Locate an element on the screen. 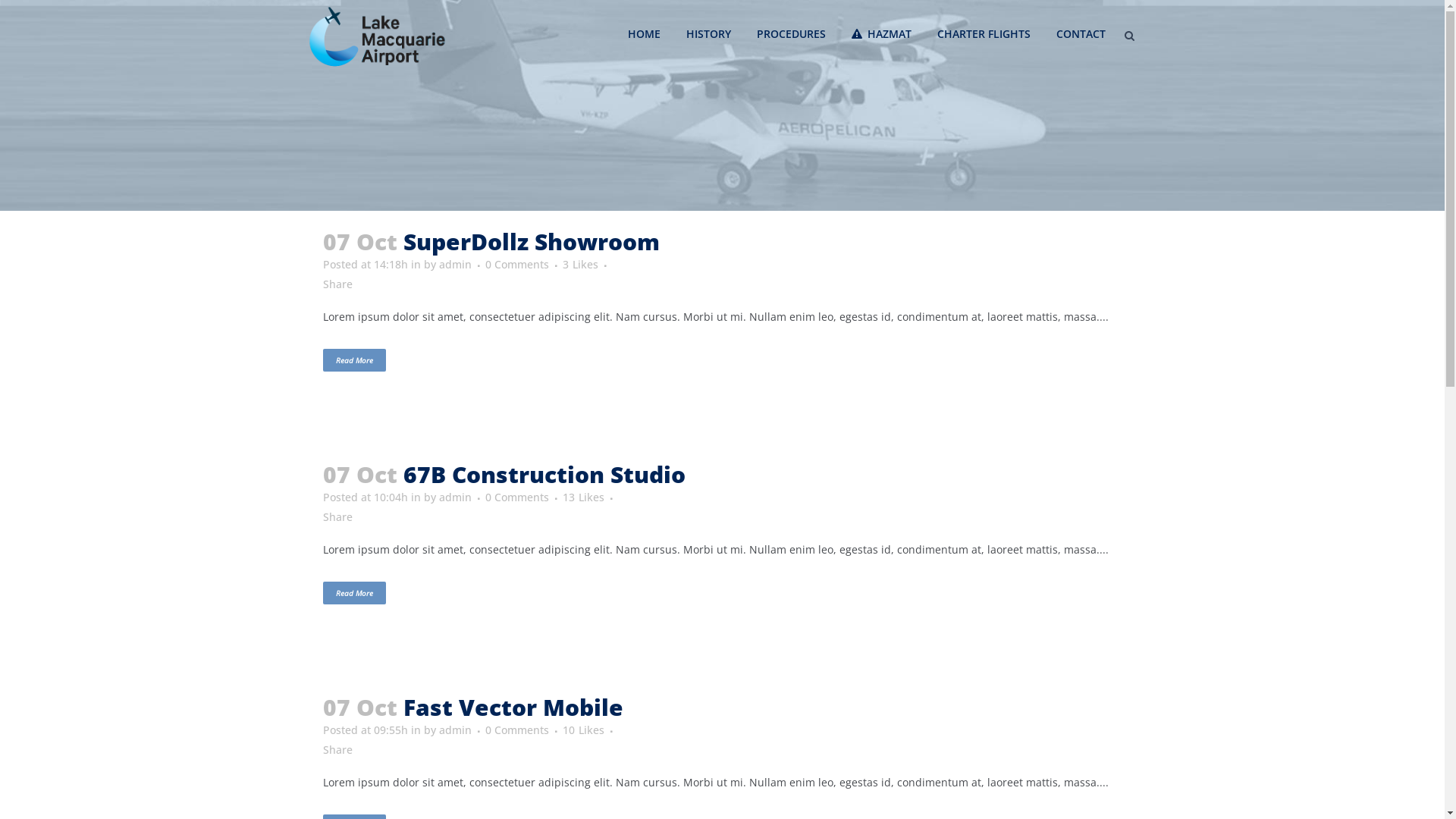  'Share' is located at coordinates (337, 284).